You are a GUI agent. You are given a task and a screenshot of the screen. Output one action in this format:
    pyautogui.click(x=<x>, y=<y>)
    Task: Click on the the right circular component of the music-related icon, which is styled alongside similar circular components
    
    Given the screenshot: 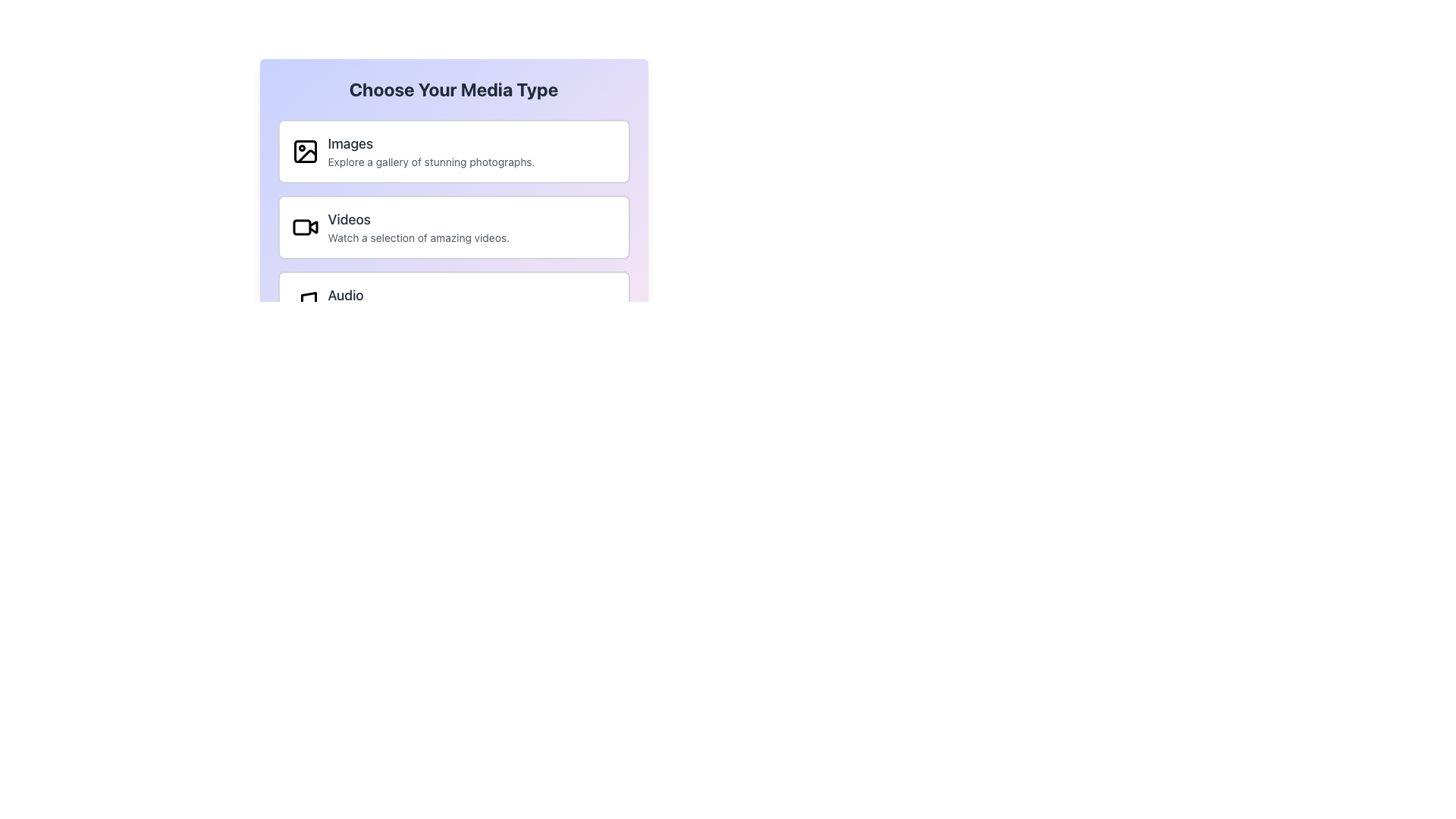 What is the action you would take?
    pyautogui.click(x=311, y=307)
    